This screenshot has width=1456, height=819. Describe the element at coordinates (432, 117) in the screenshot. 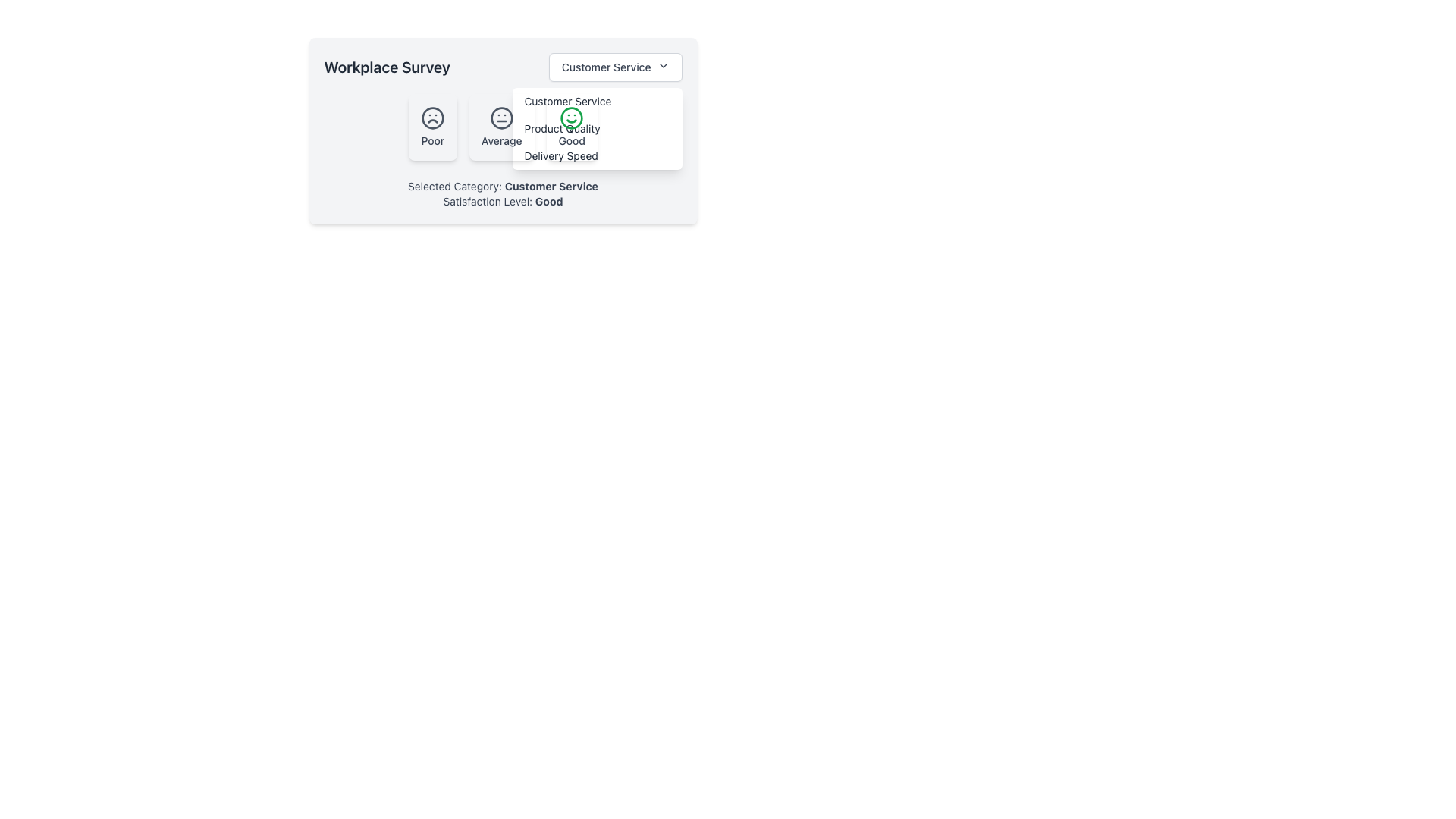

I see `the sad face icon` at that location.